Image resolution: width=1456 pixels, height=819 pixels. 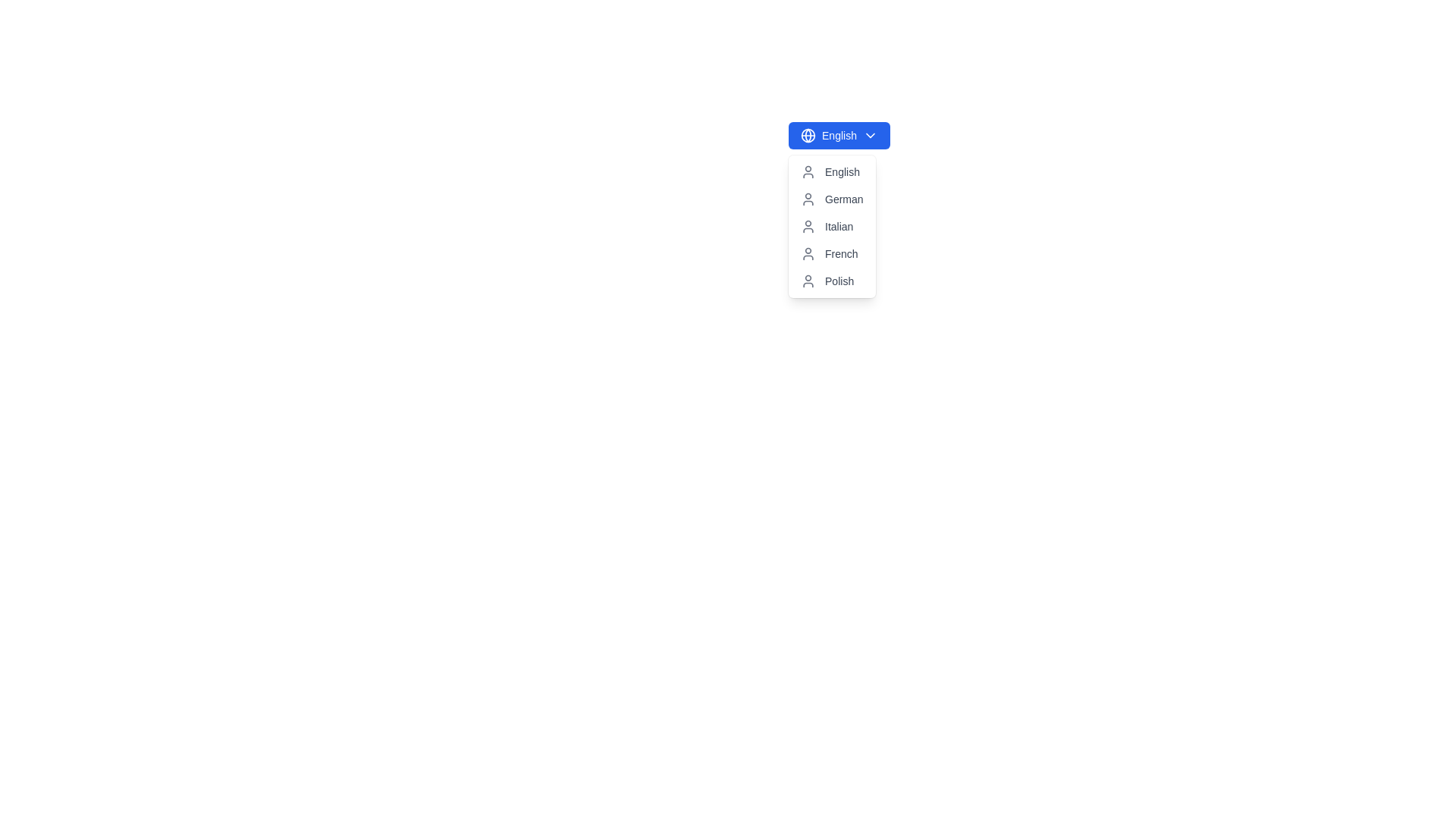 What do you see at coordinates (807, 134) in the screenshot?
I see `the central circle of the globe icon located at the top left corner of the dropdown menu, which symbolizes worldwide or language options` at bounding box center [807, 134].